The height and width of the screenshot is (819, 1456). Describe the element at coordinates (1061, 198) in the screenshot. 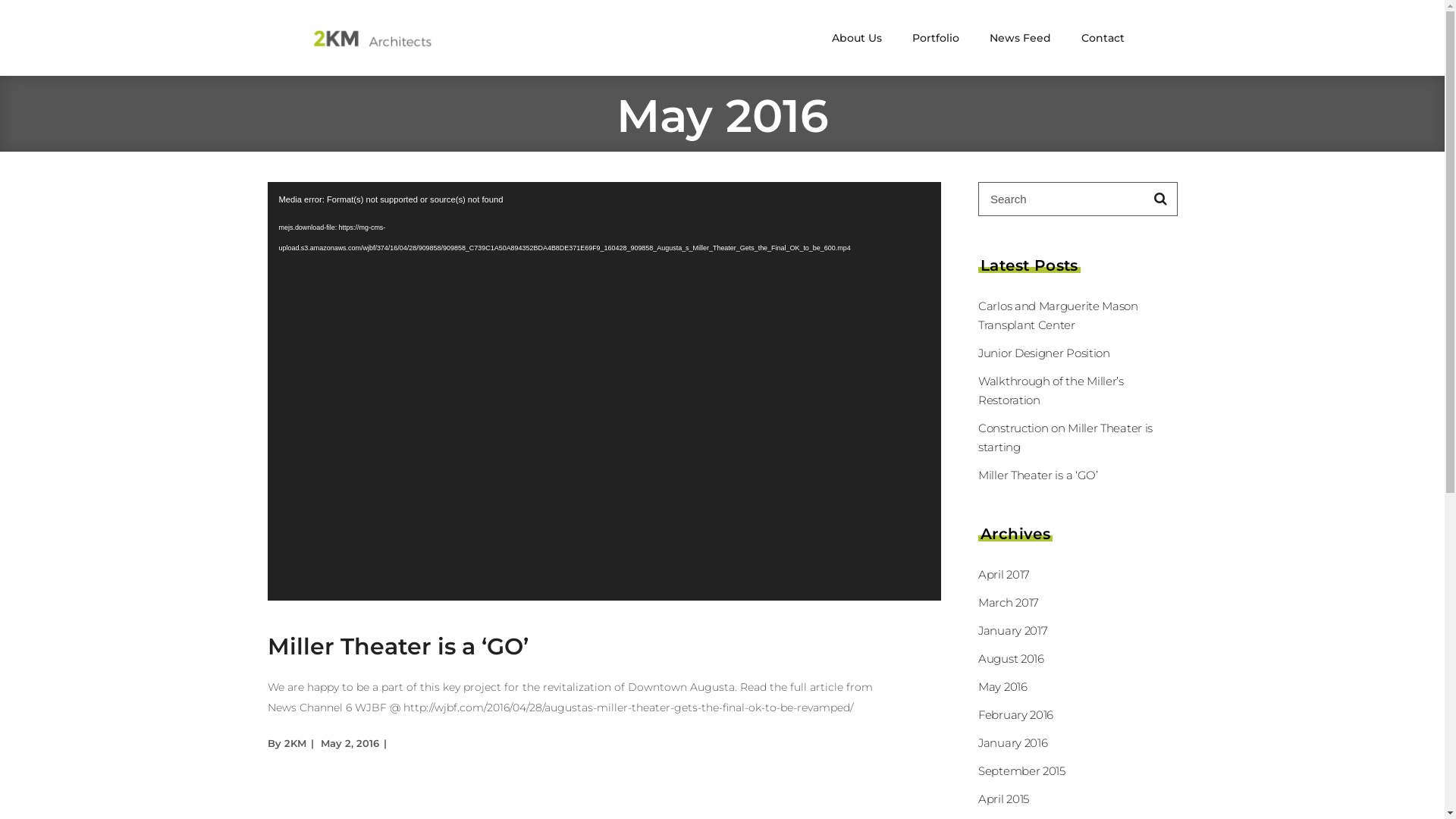

I see `'Search for:'` at that location.